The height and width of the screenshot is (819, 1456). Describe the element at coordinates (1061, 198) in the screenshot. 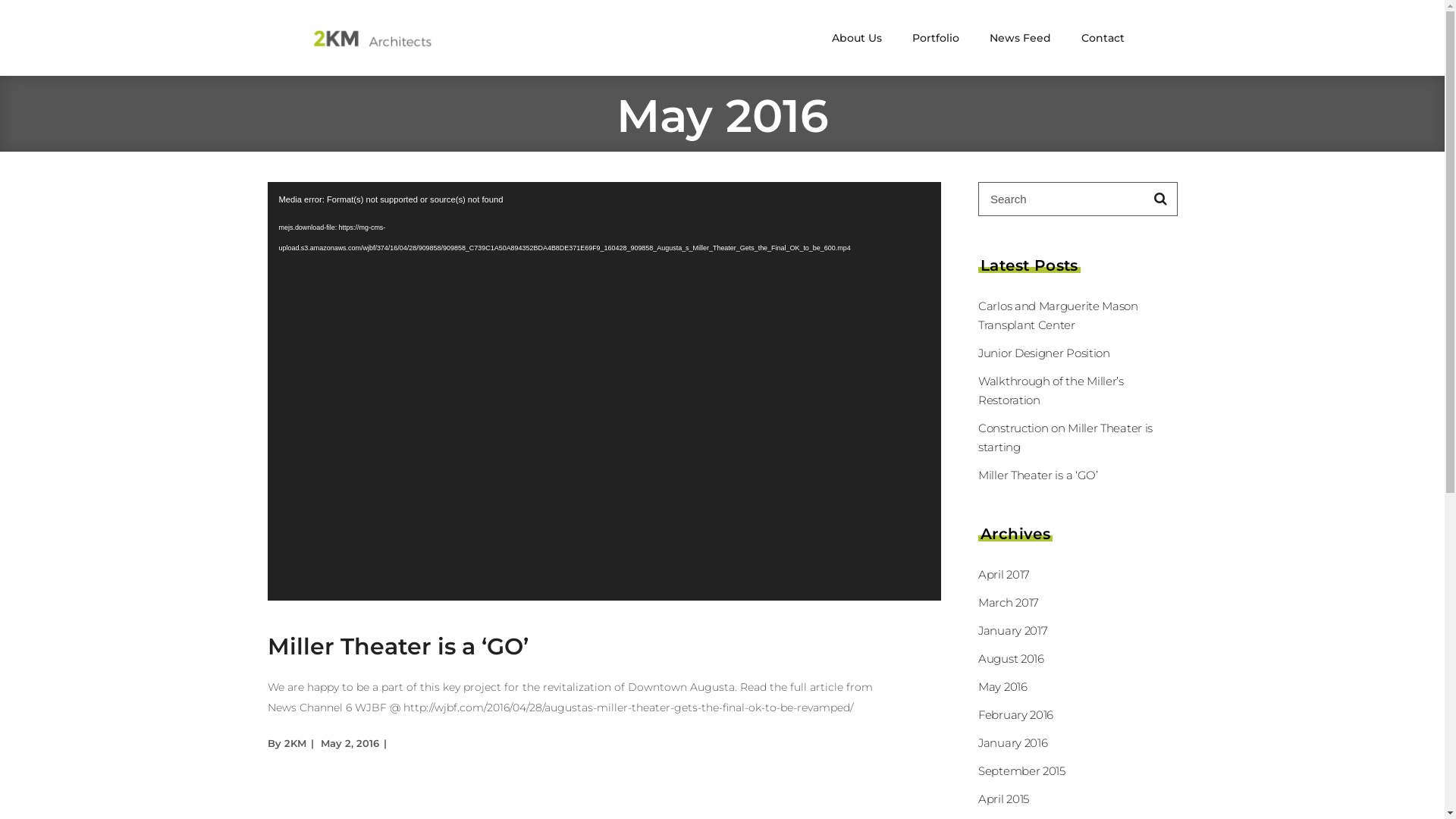

I see `'Search for:'` at that location.